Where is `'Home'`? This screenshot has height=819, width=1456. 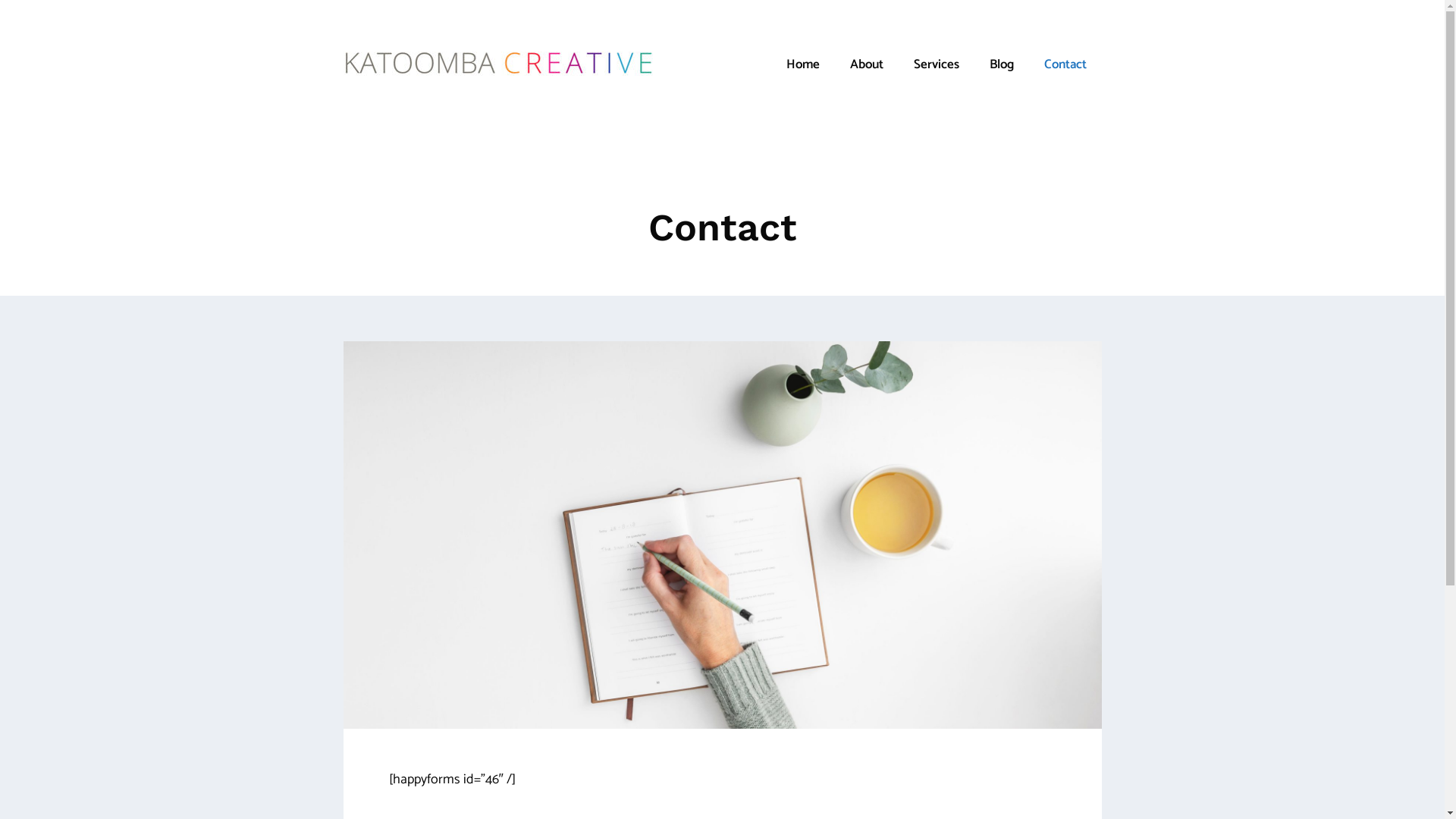 'Home' is located at coordinates (801, 63).